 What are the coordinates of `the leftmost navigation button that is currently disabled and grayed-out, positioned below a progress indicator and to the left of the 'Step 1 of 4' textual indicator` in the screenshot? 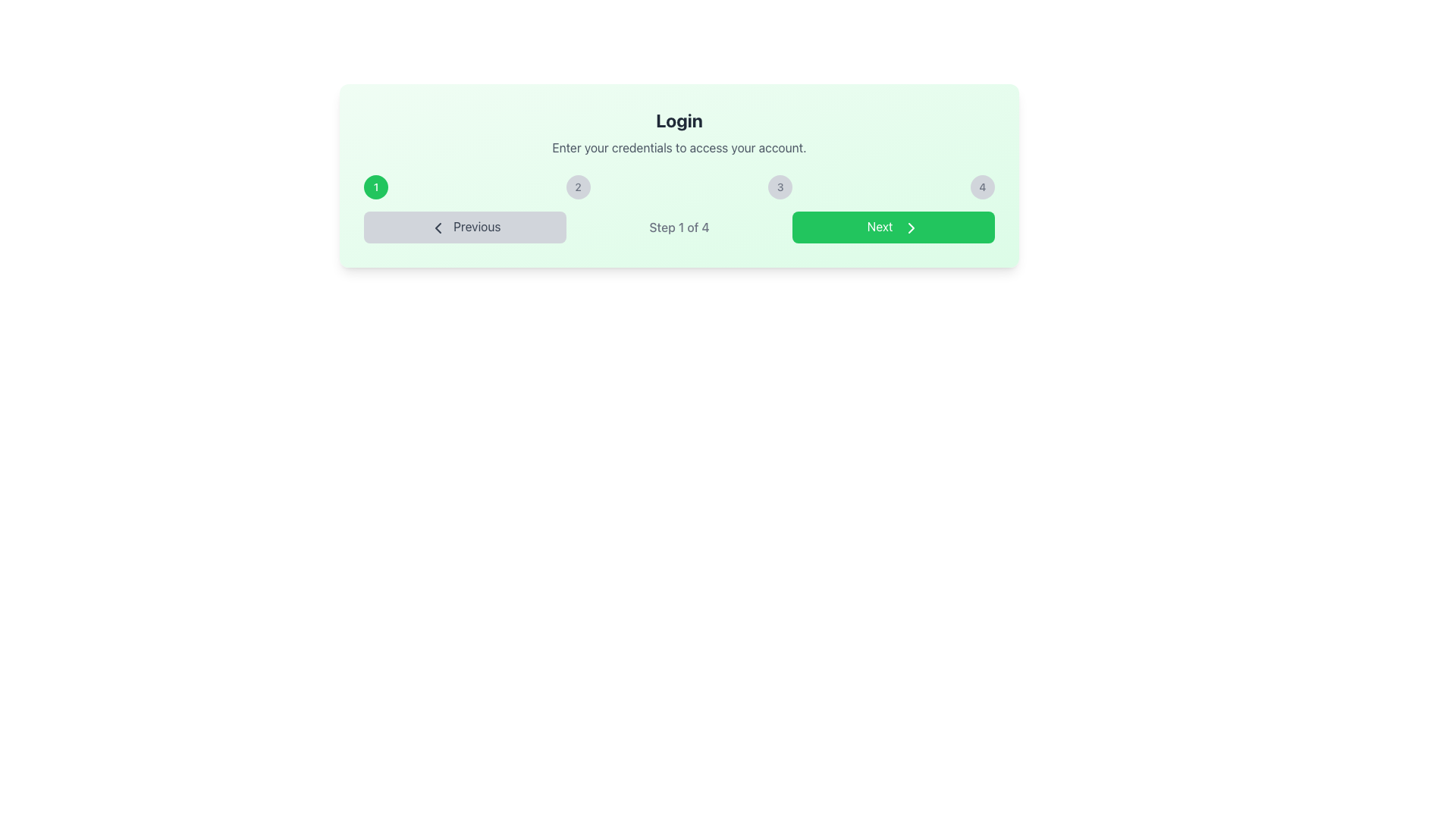 It's located at (464, 227).